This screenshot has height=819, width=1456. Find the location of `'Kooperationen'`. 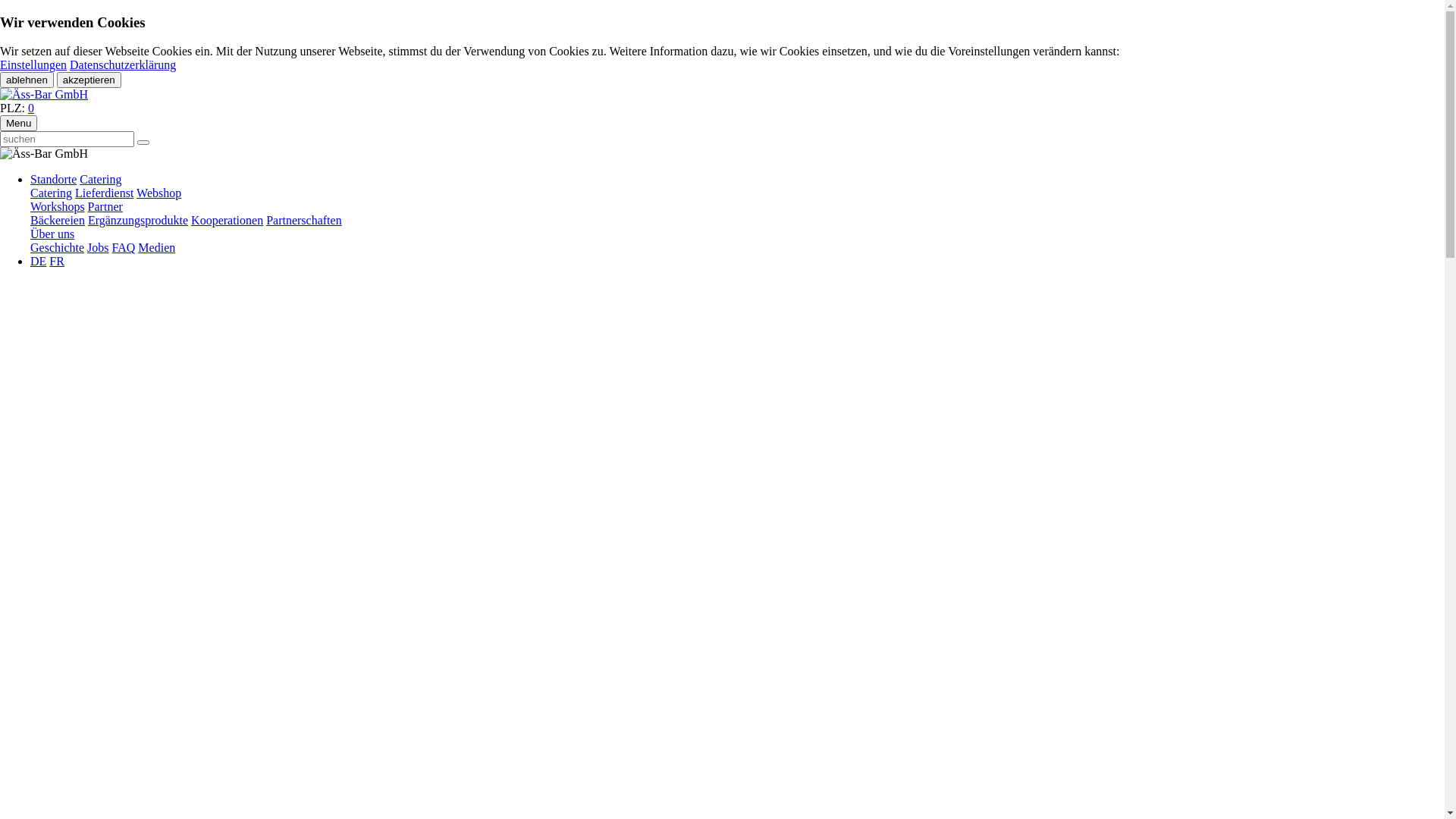

'Kooperationen' is located at coordinates (226, 220).